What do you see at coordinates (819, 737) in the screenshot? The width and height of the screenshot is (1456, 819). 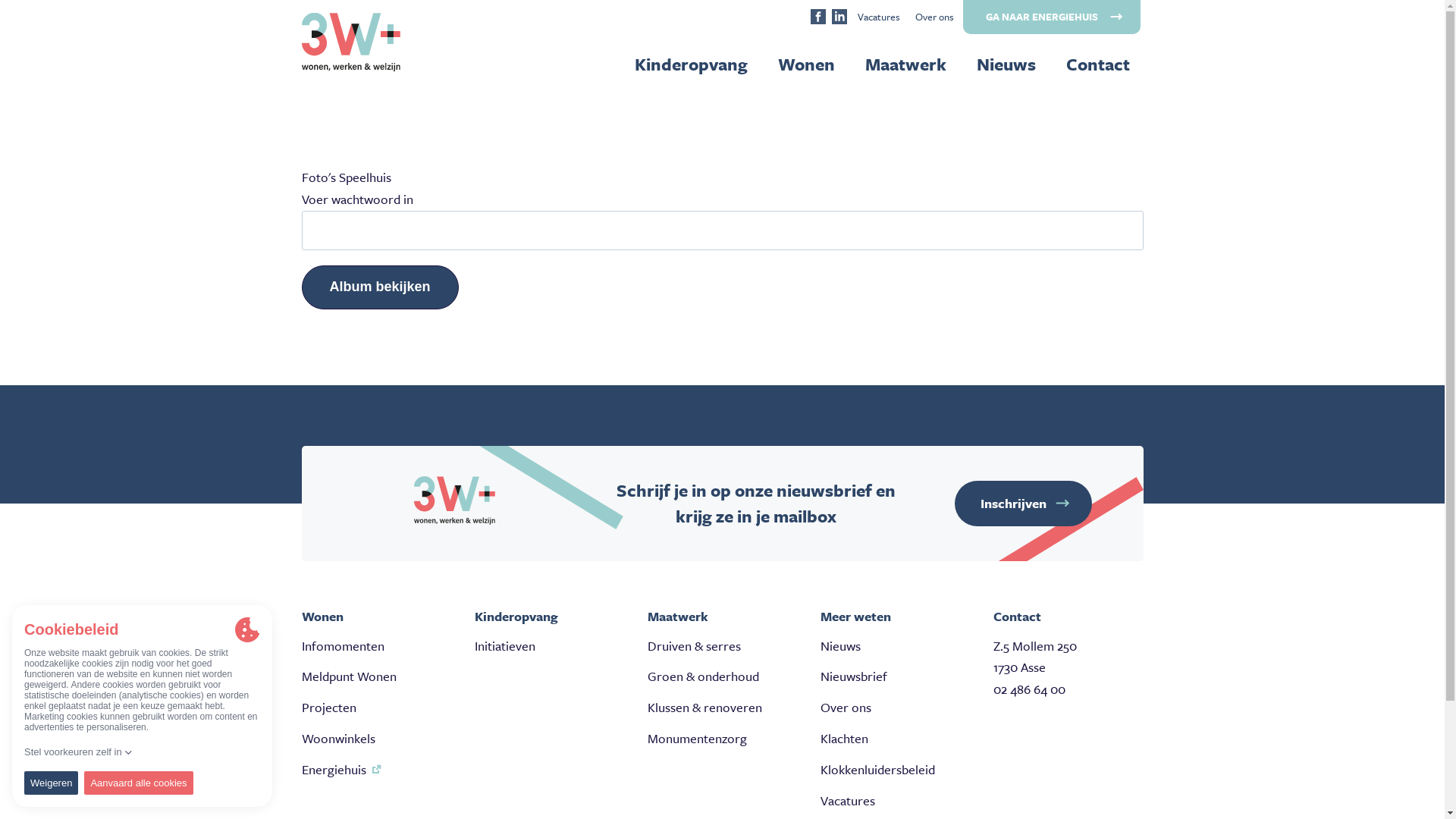 I see `'Klachten'` at bounding box center [819, 737].